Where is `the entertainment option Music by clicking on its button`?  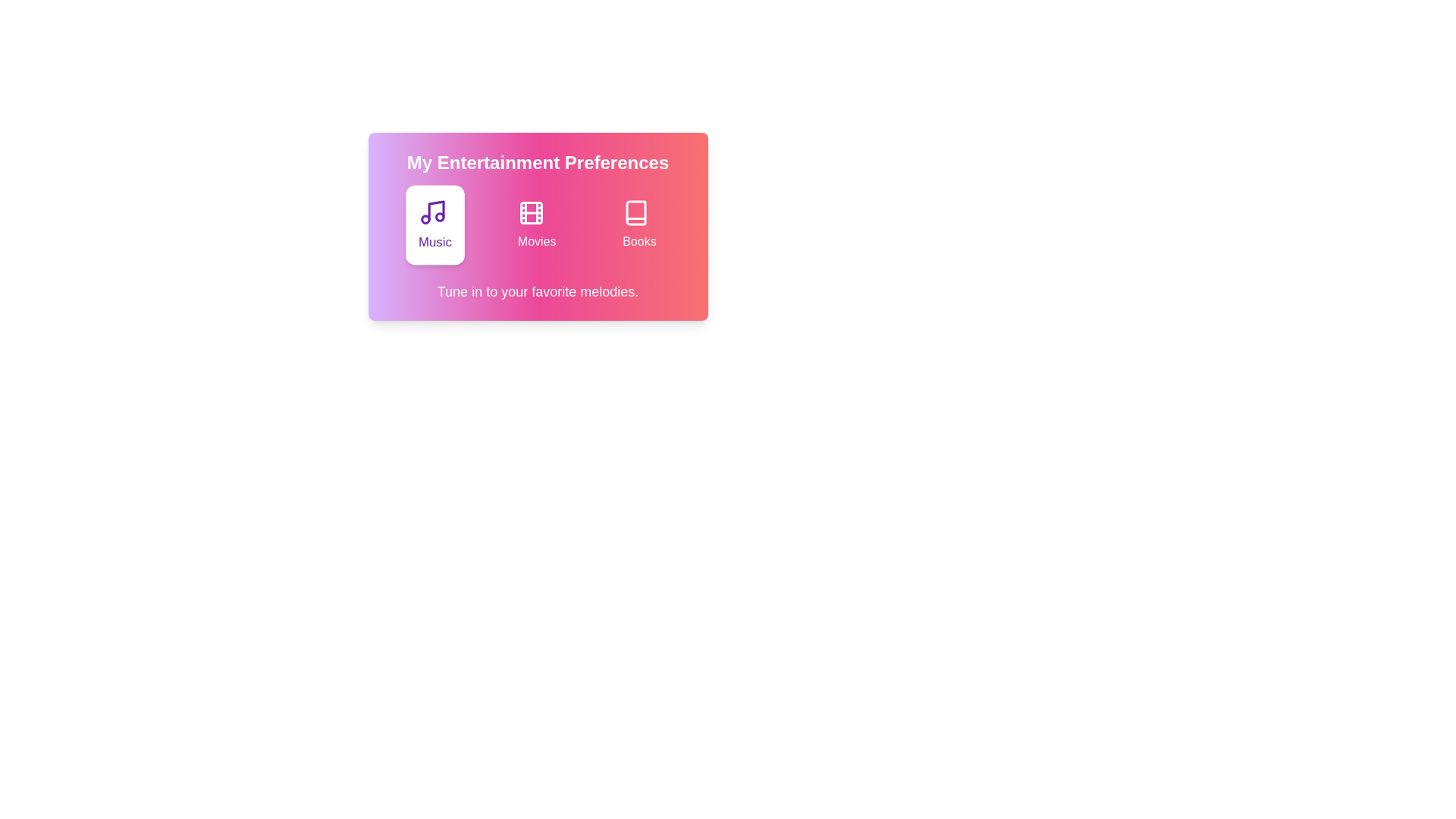 the entertainment option Music by clicking on its button is located at coordinates (435, 225).